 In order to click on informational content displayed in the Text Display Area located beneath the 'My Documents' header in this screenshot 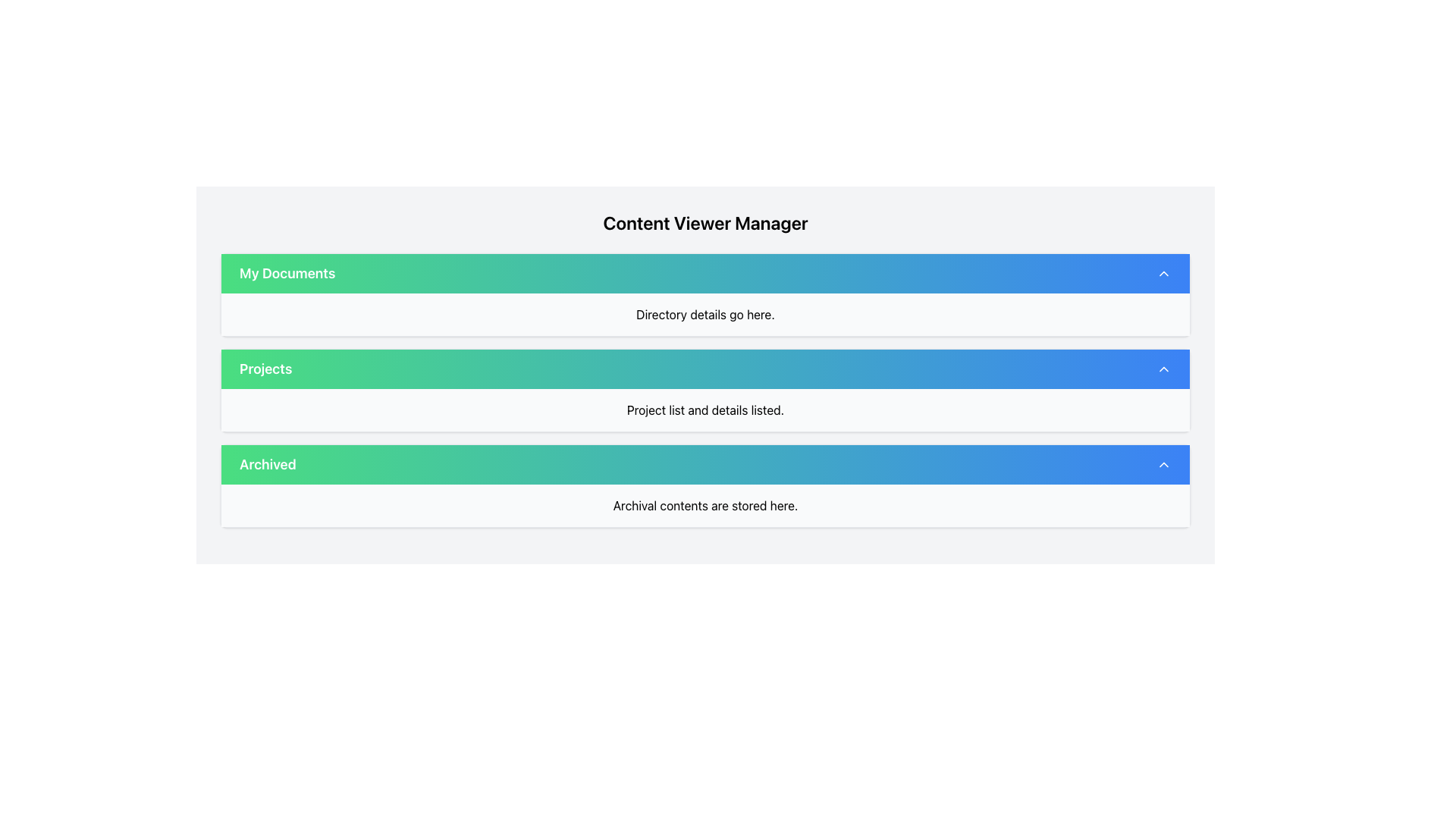, I will do `click(704, 314)`.